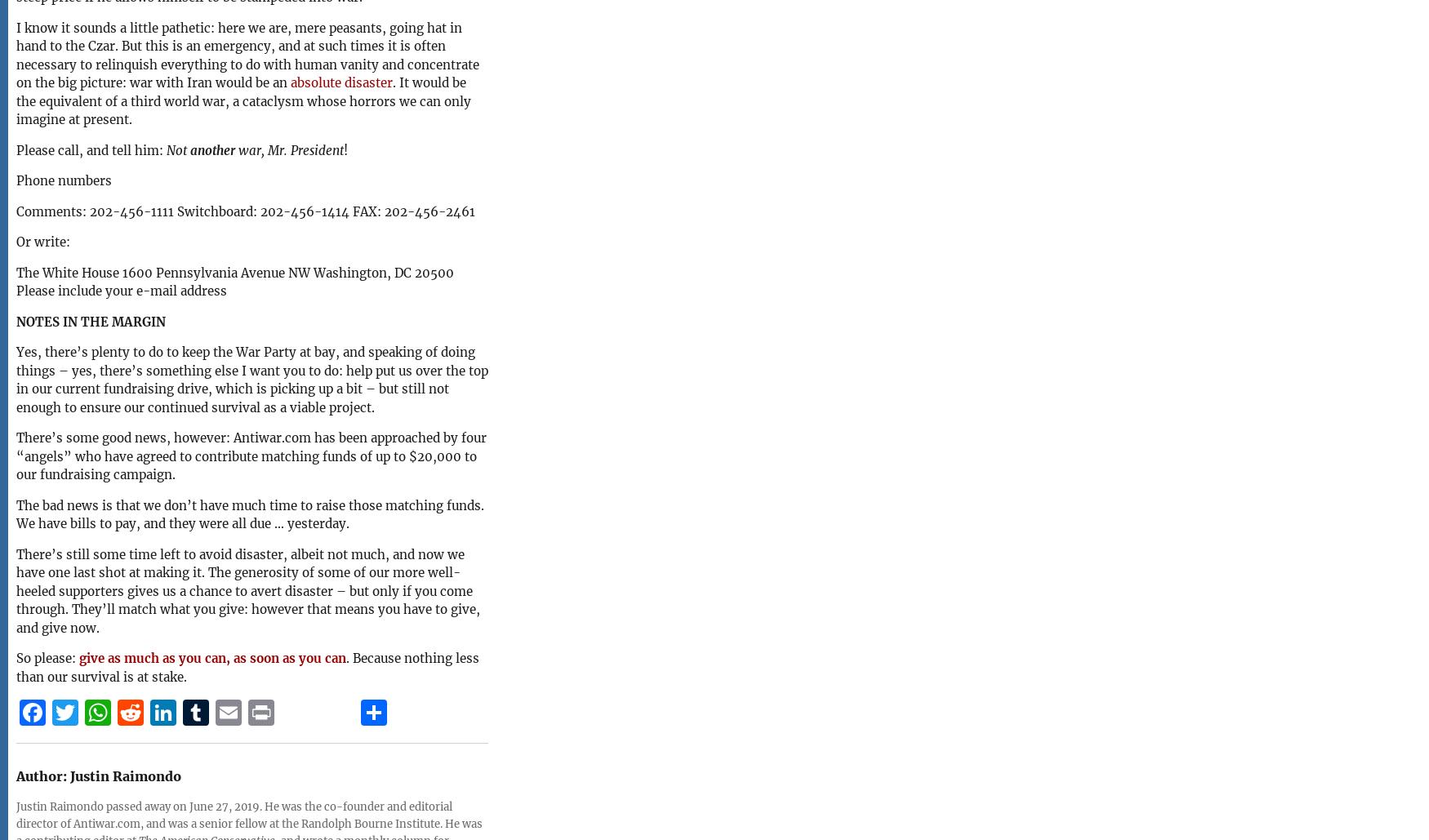  What do you see at coordinates (42, 242) in the screenshot?
I see `'Or write:'` at bounding box center [42, 242].